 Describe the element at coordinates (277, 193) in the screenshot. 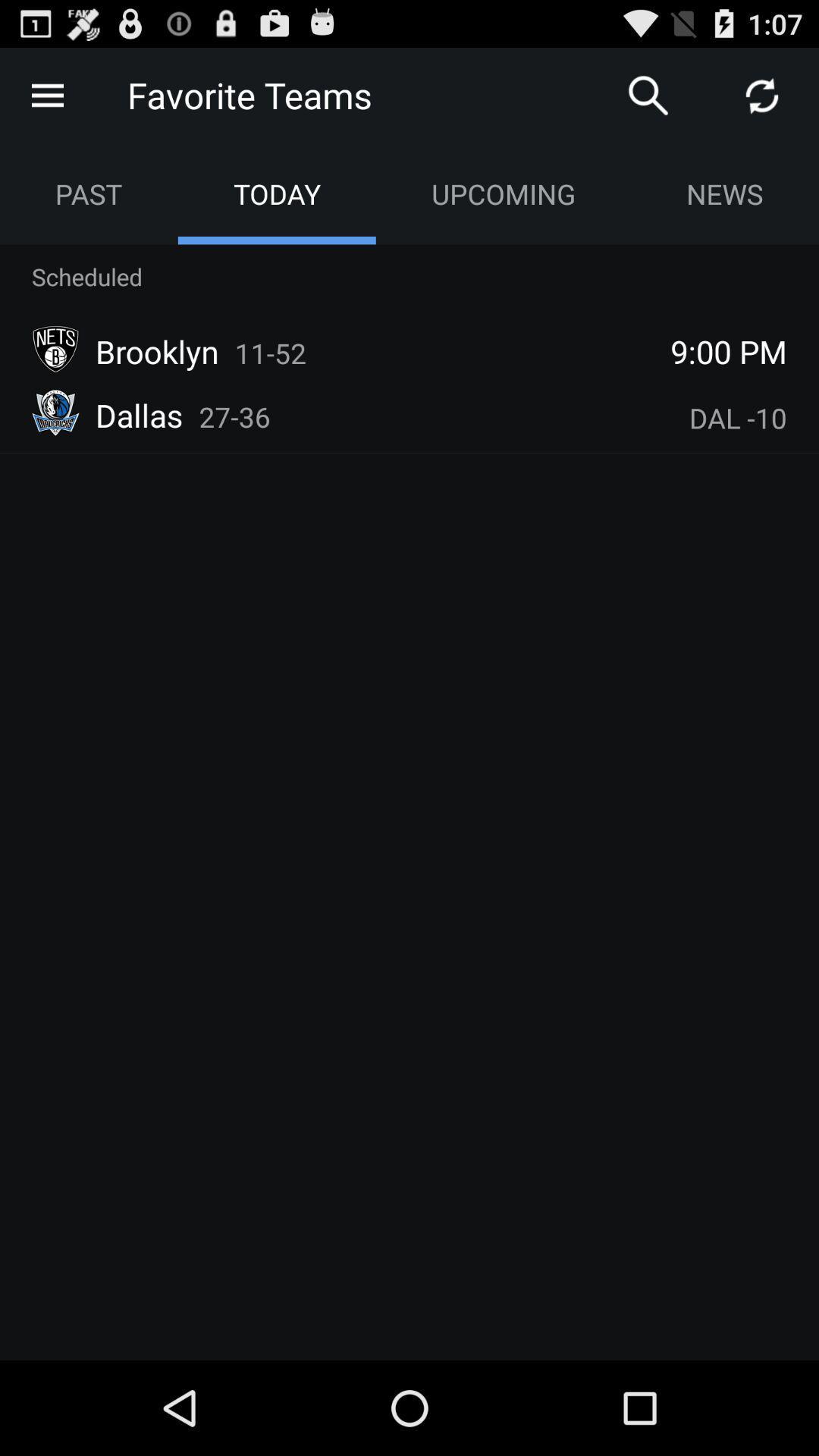

I see `app below the favorite teams app` at that location.